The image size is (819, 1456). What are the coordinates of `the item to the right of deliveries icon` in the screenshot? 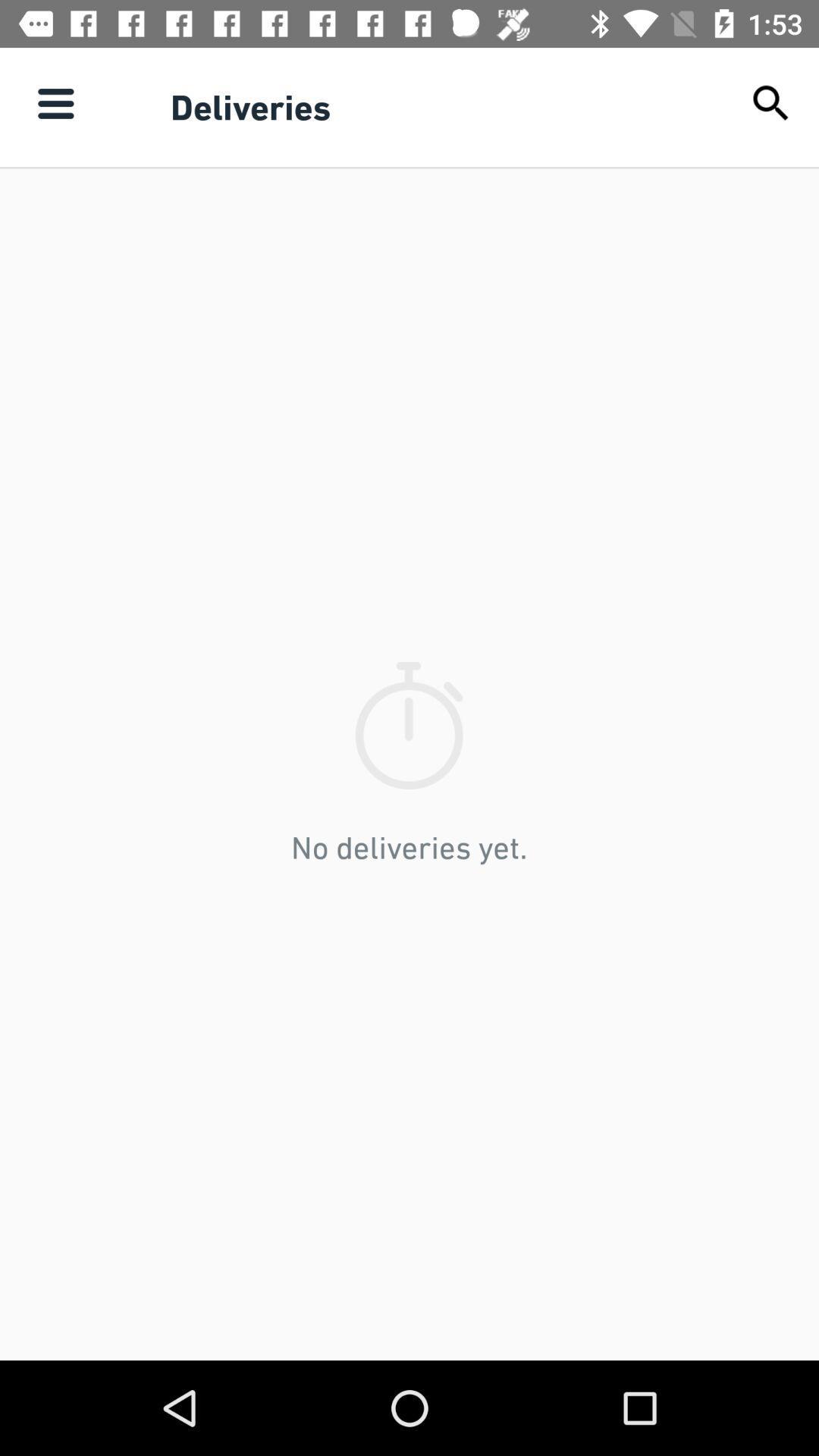 It's located at (771, 102).